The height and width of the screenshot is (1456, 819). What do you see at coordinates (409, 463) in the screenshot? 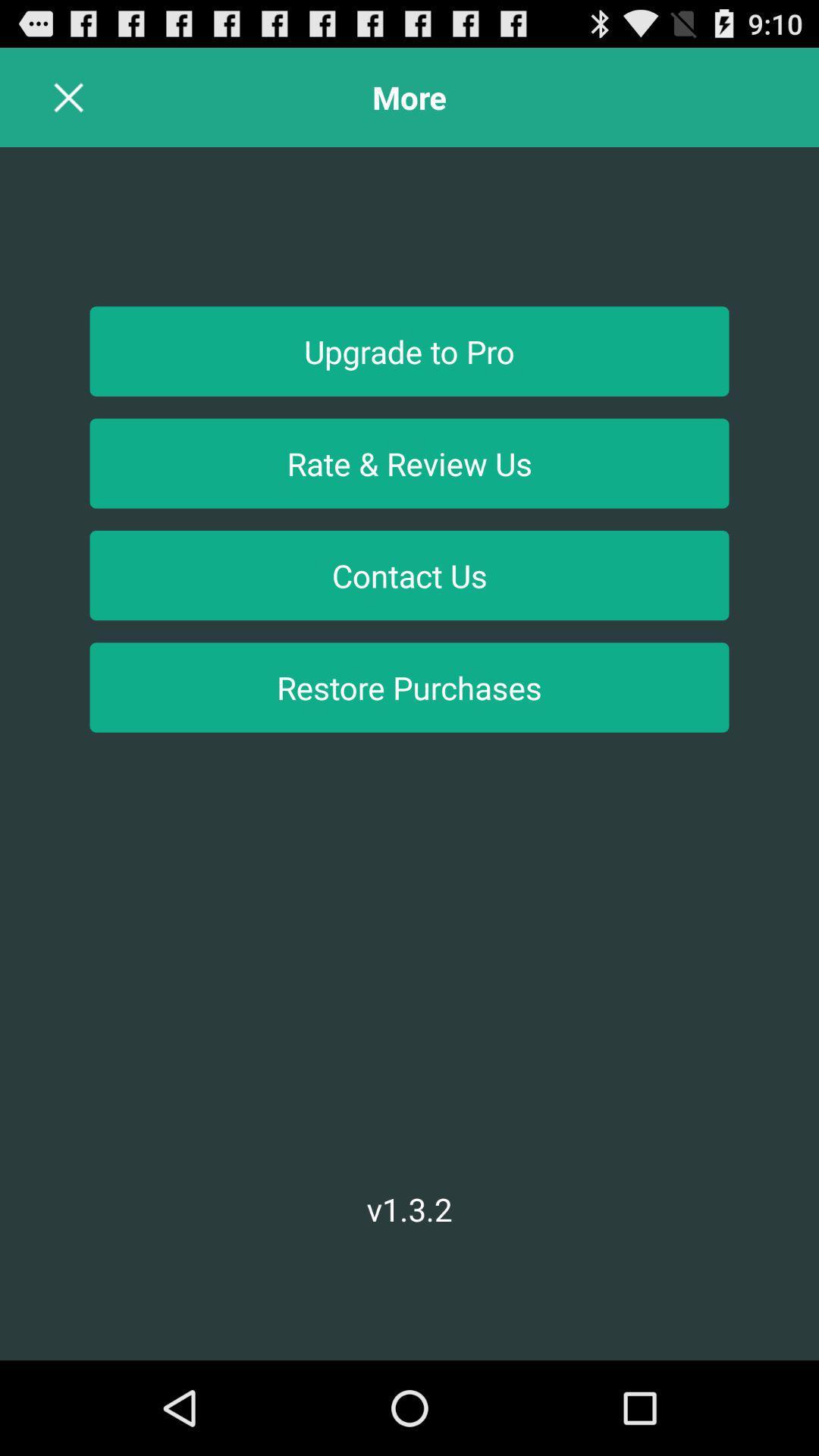
I see `the rate & review us` at bounding box center [409, 463].